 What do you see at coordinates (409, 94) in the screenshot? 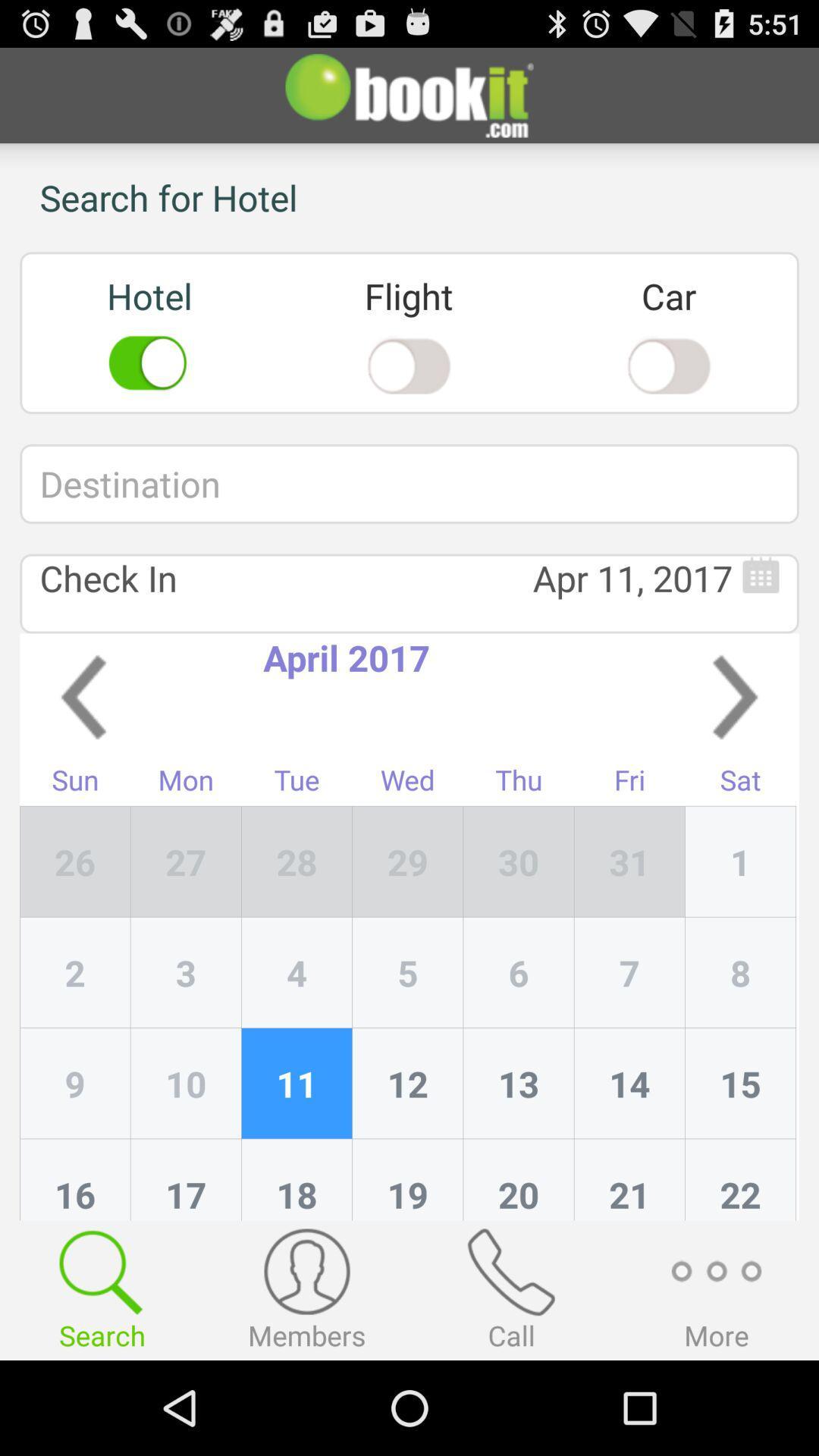
I see `item above the search for hotel app` at bounding box center [409, 94].